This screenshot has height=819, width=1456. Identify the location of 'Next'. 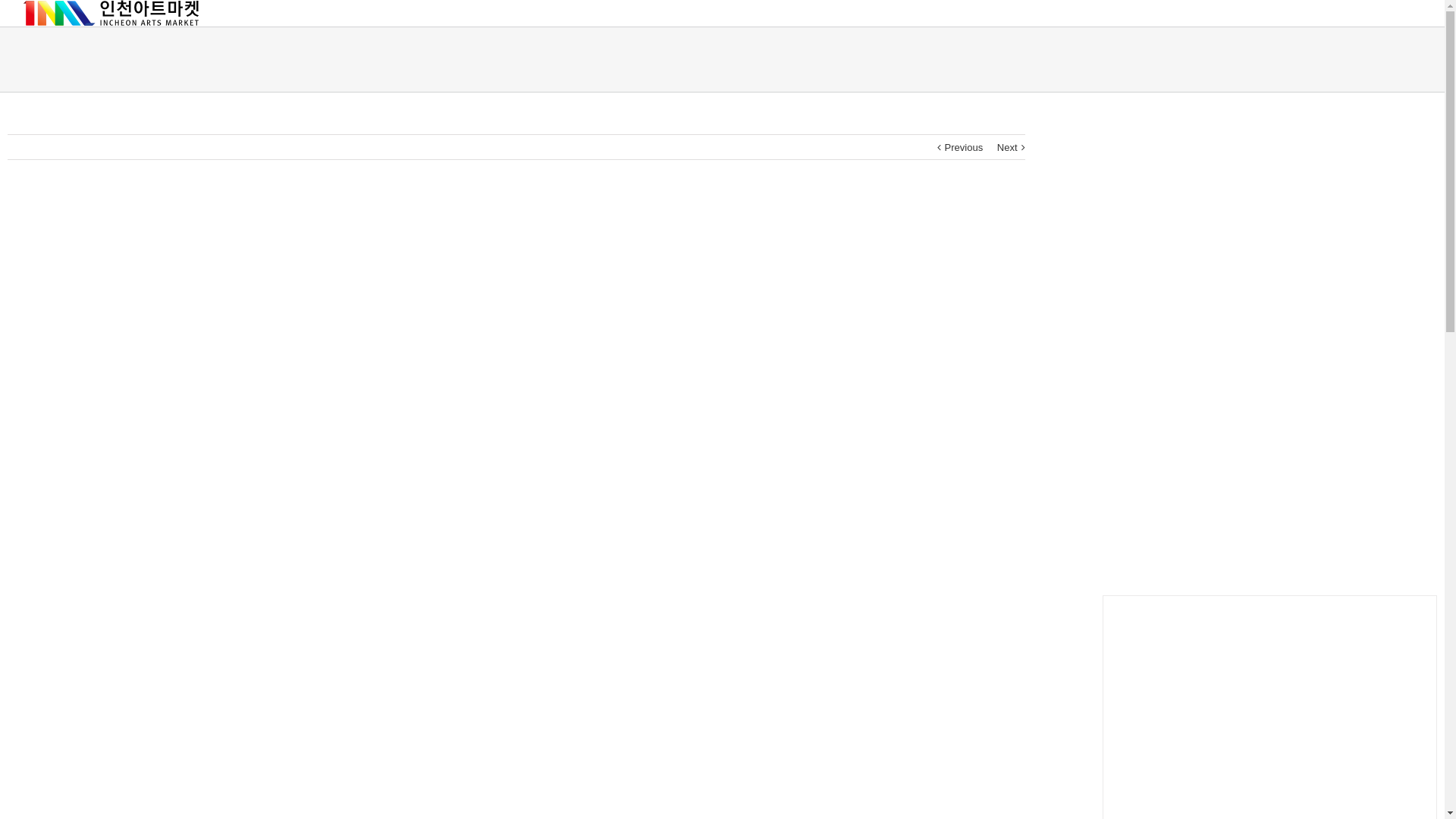
(1007, 148).